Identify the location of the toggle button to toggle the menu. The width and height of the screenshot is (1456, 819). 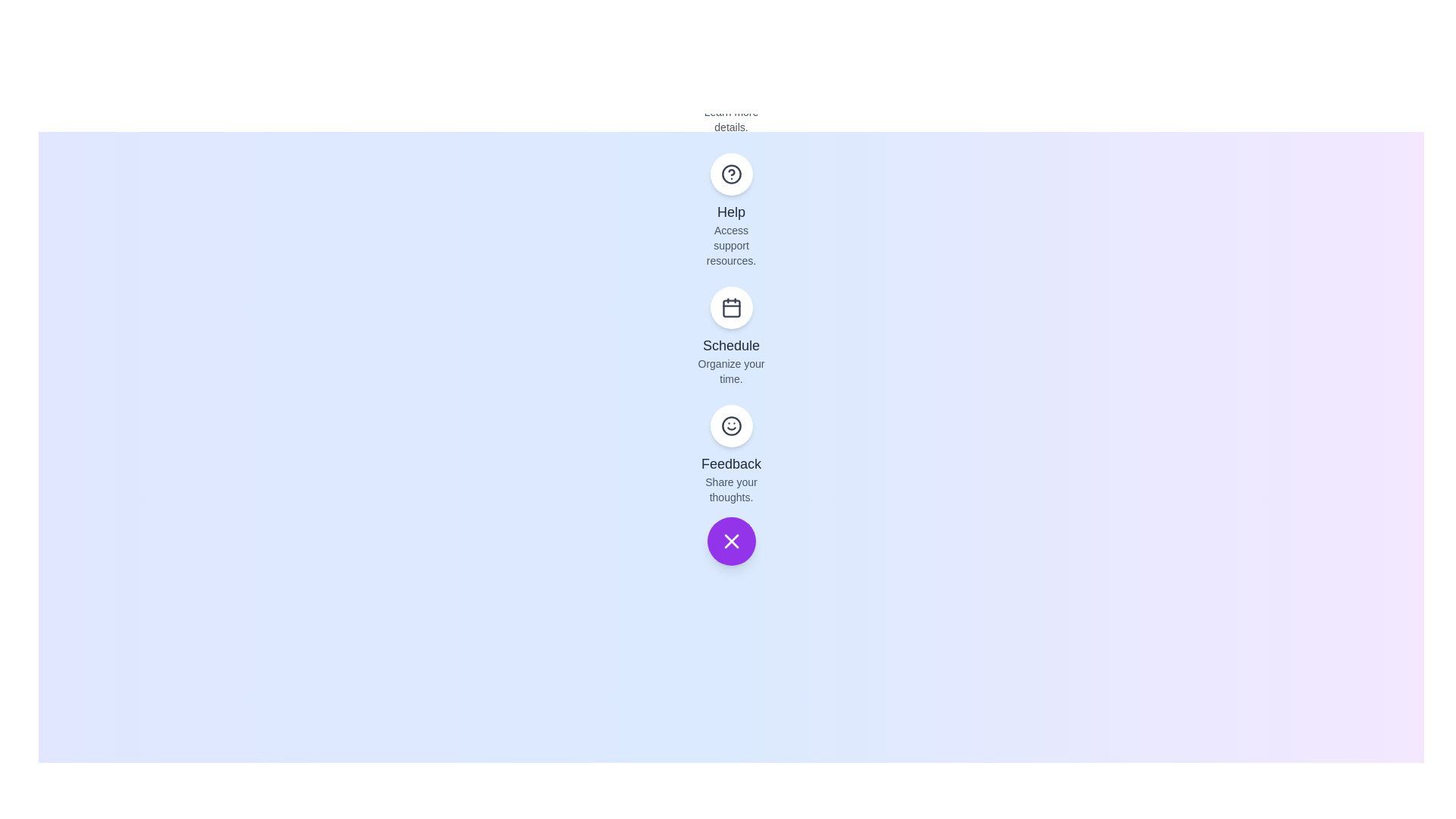
(731, 540).